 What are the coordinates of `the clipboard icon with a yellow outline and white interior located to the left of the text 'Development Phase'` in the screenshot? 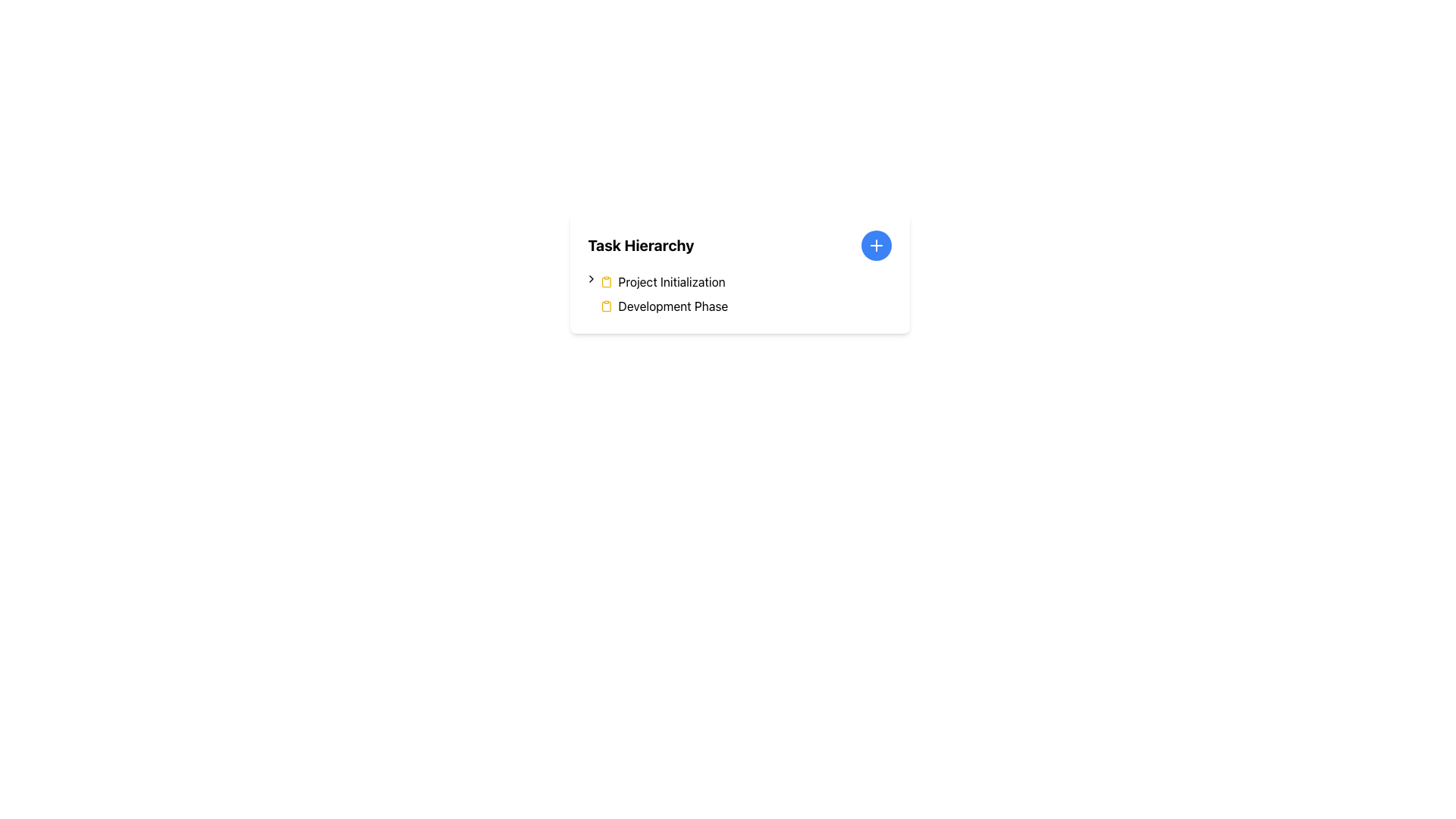 It's located at (605, 306).